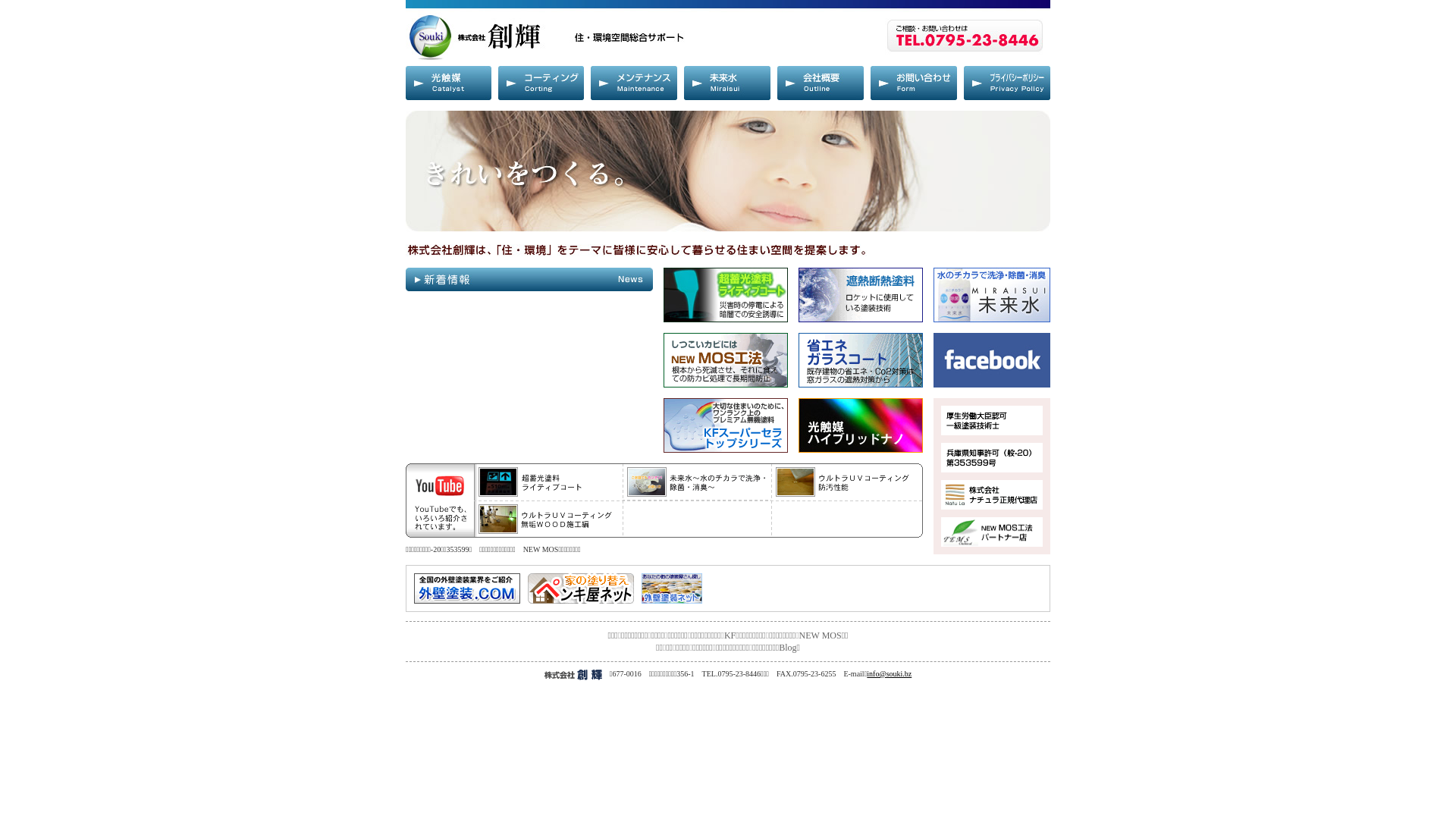 The image size is (1456, 819). I want to click on 'info@souki.bz', so click(889, 673).